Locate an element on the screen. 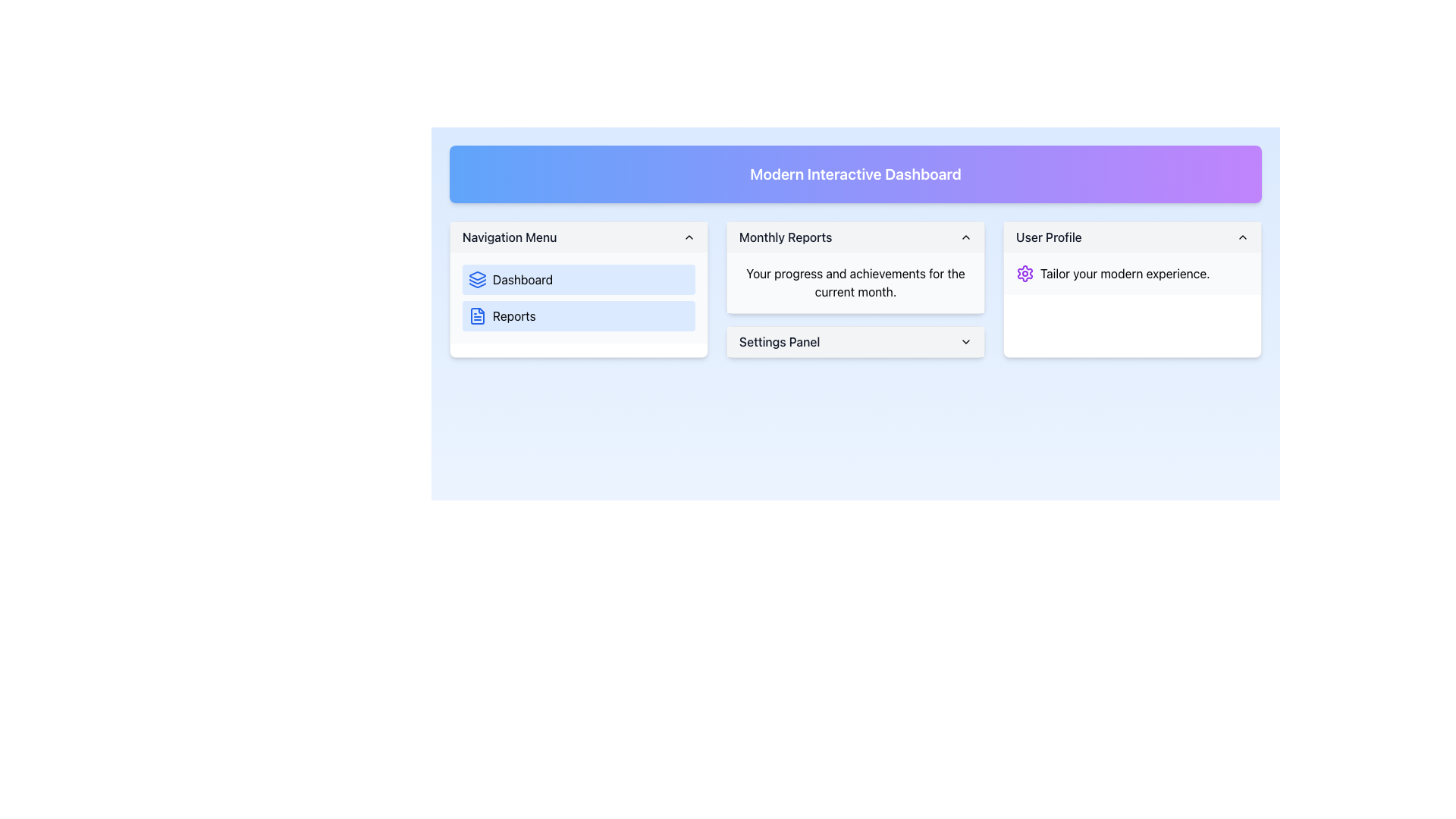 This screenshot has width=1456, height=819. the 'Navigation Menu' text label, which is styled with a medium font in dark gray color and located in the top-left corner of the header bar is located at coordinates (510, 237).